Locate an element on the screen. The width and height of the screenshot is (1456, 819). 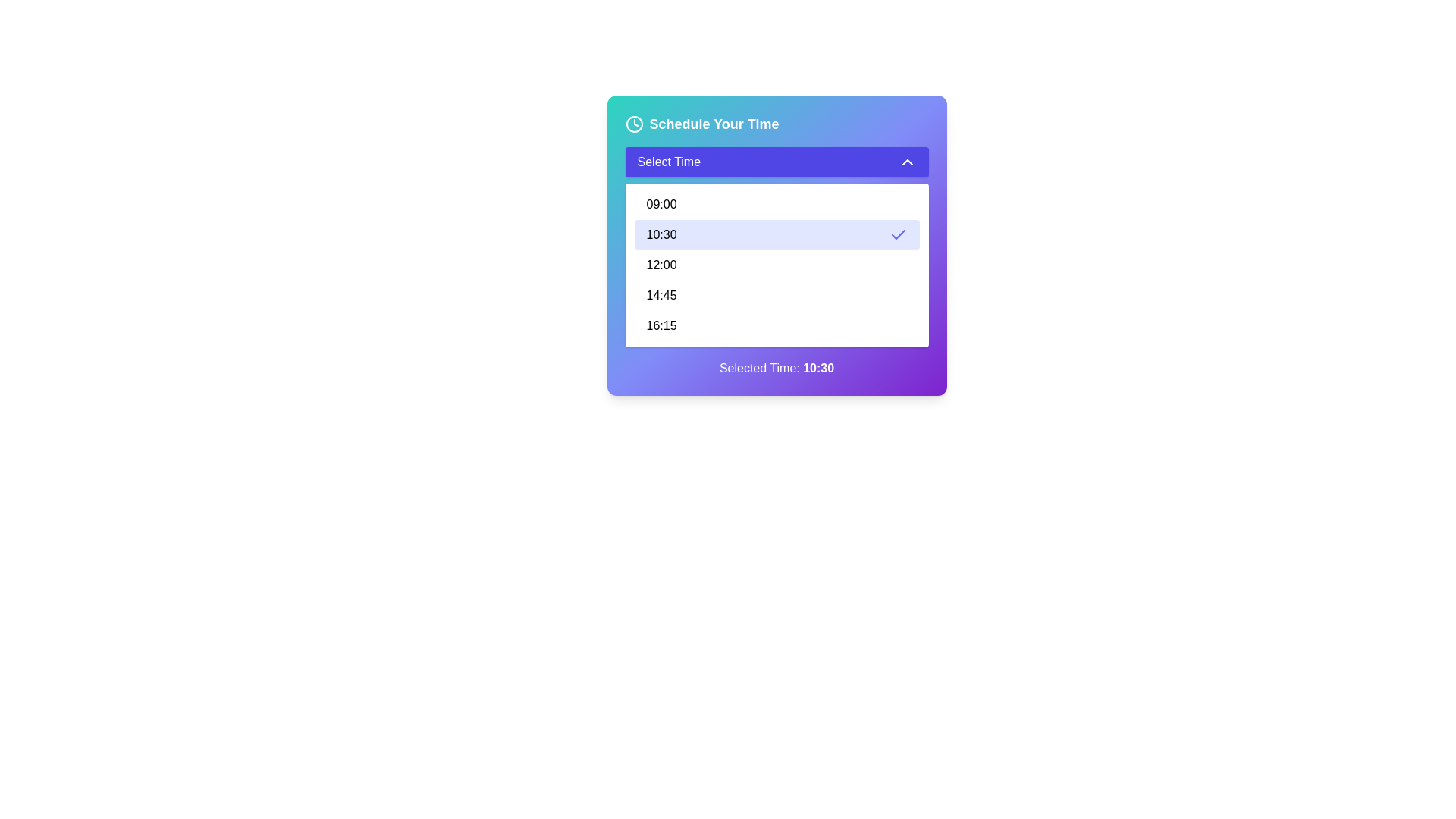
the text label displaying '16:15' located at the bottom of the dropdown menu is located at coordinates (661, 325).